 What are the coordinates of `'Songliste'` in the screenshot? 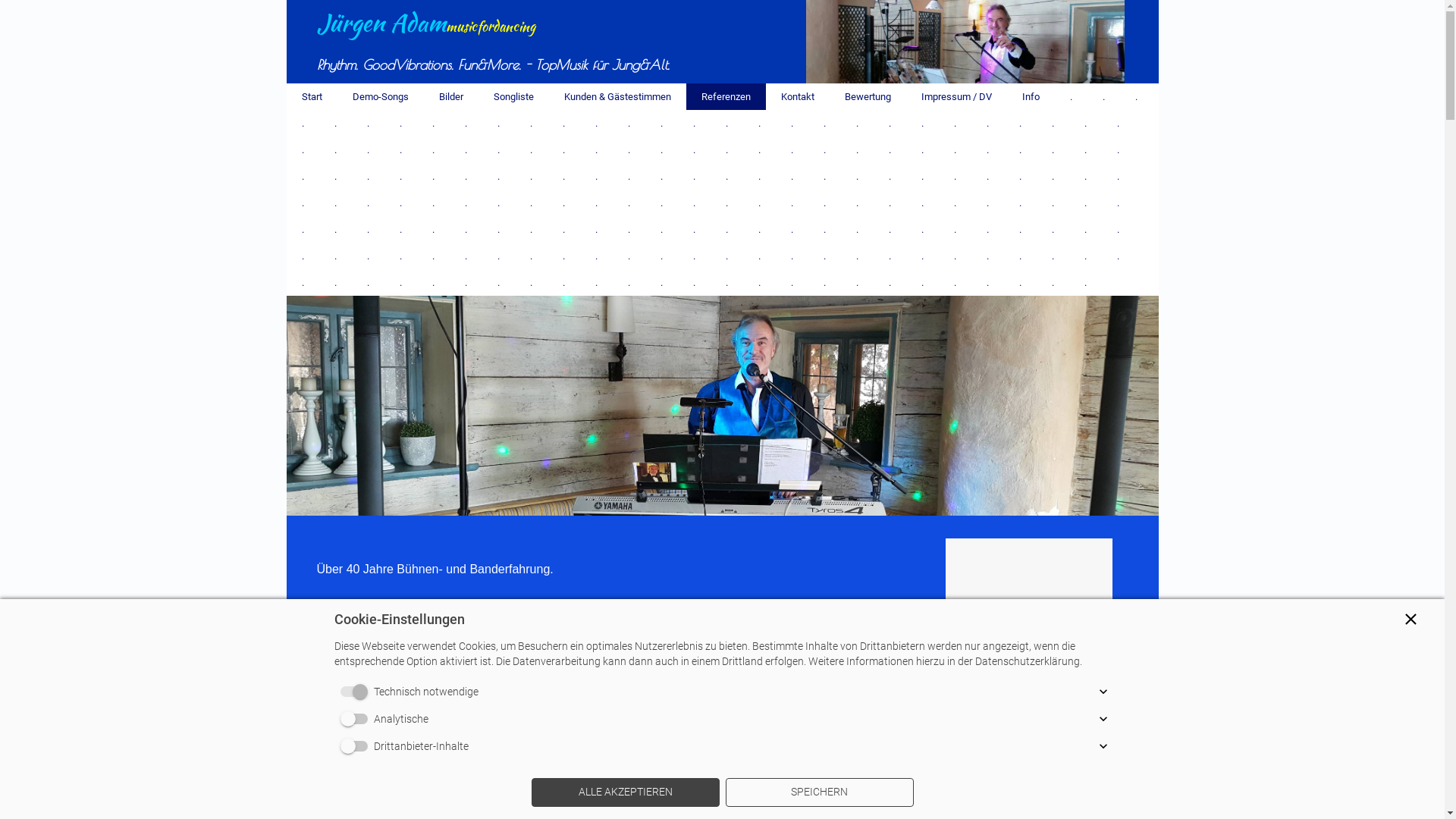 It's located at (513, 96).